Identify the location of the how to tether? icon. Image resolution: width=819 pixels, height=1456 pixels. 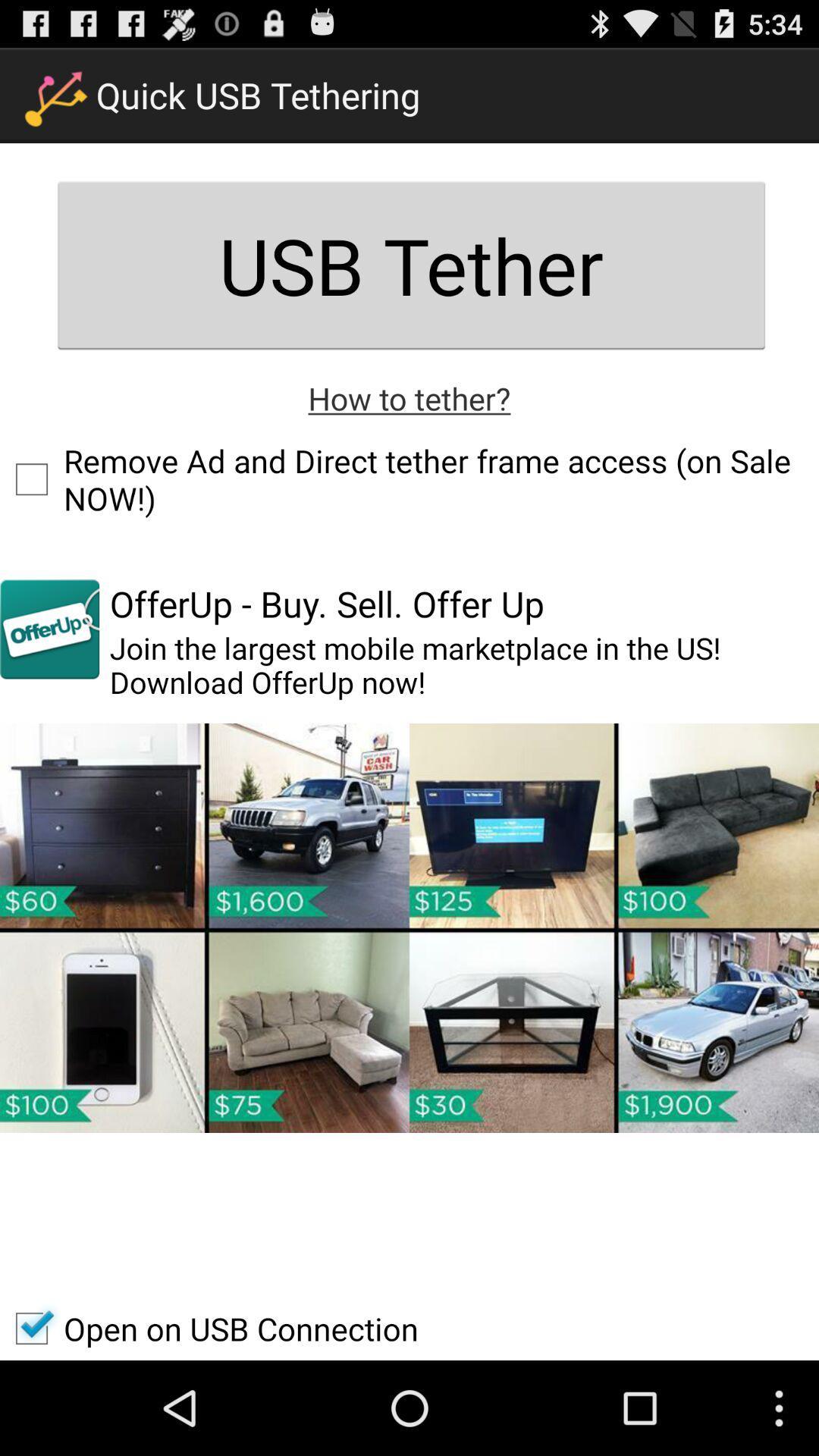
(409, 397).